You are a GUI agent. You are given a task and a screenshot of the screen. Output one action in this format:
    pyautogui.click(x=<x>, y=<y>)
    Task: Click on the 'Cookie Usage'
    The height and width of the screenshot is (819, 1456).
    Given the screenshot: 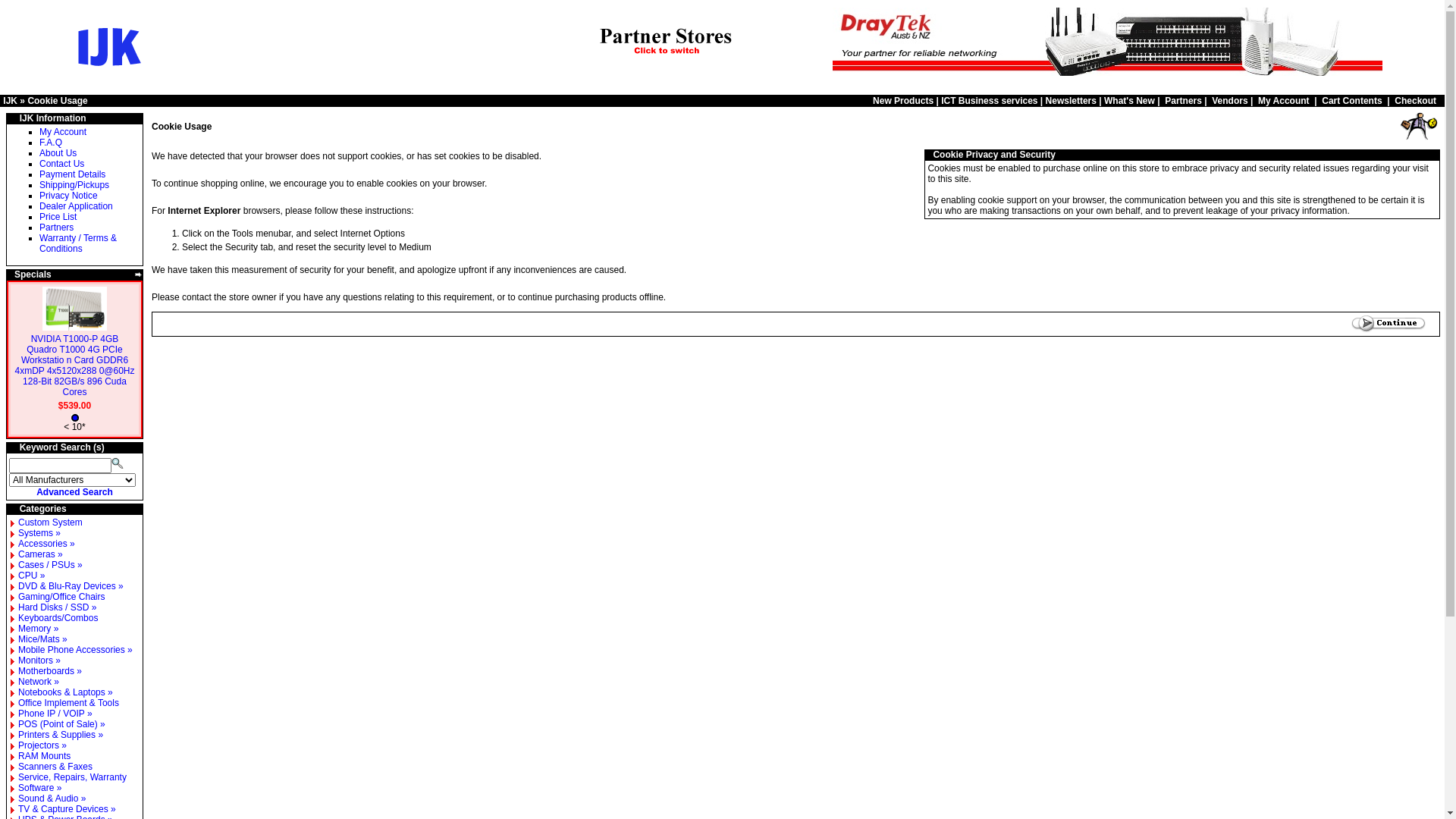 What is the action you would take?
    pyautogui.click(x=57, y=100)
    